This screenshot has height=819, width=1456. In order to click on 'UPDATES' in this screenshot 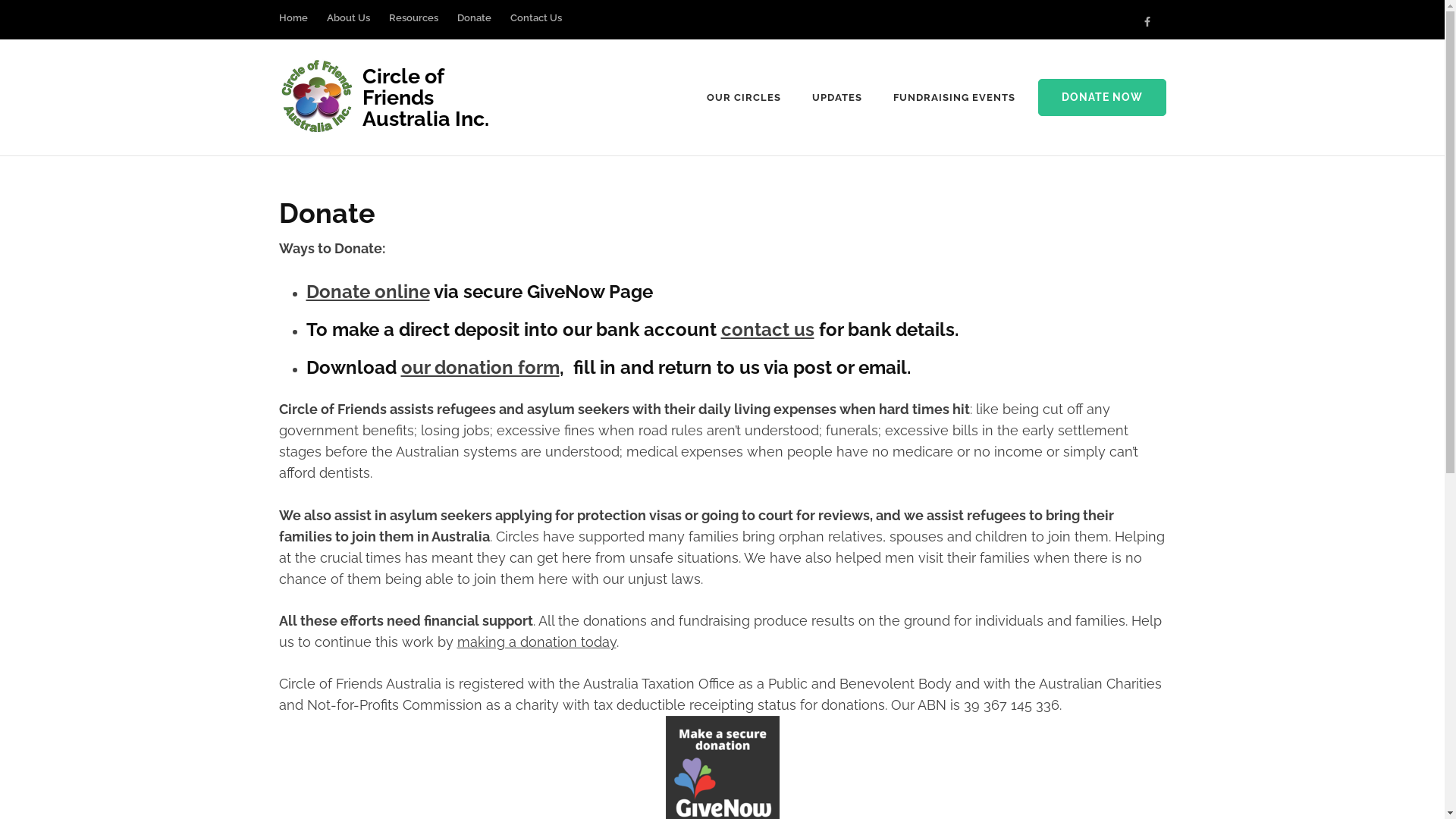, I will do `click(836, 97)`.